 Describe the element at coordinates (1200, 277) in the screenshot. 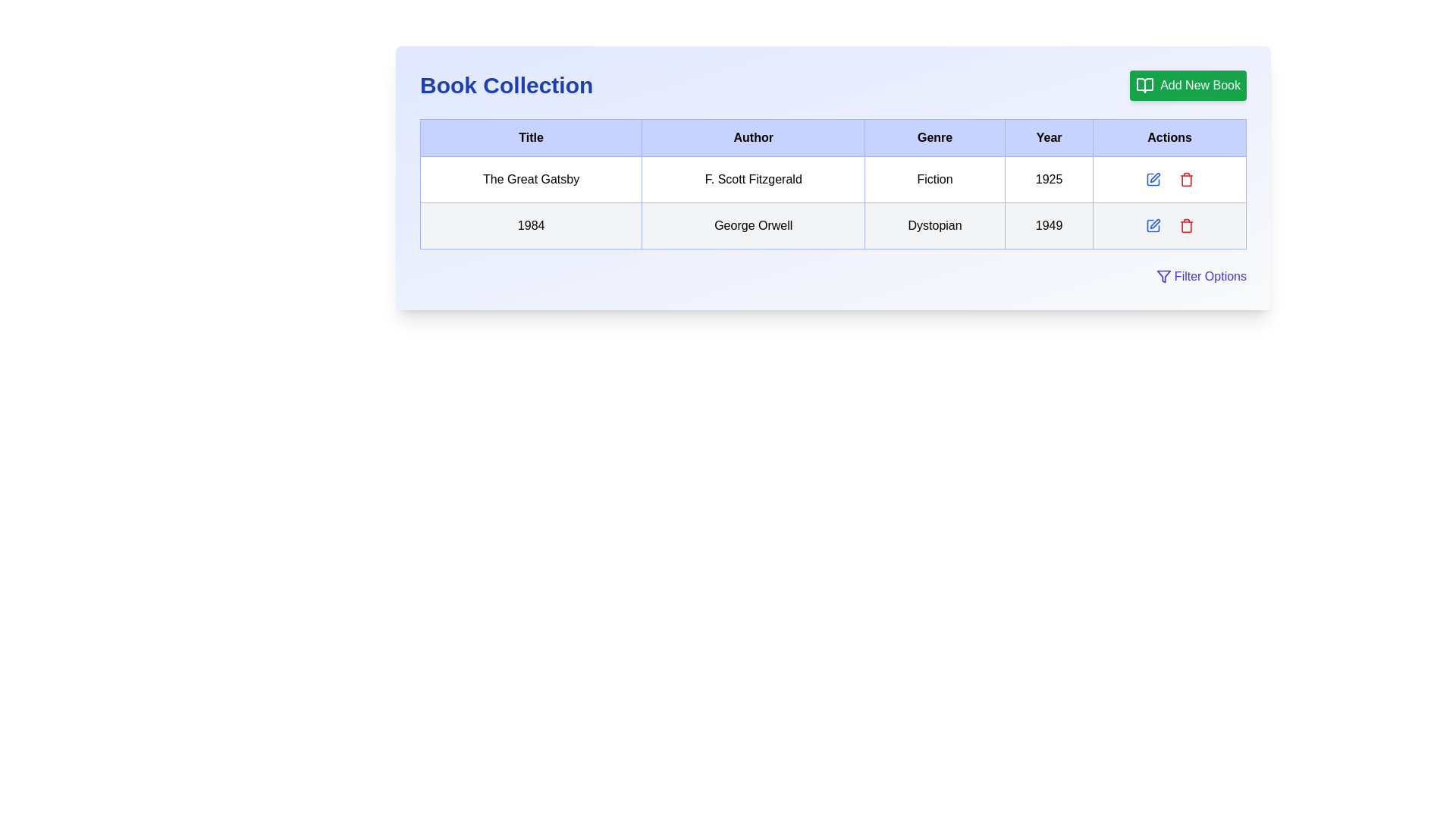

I see `the interactive button or link in the bottom-right corner of the interface` at that location.